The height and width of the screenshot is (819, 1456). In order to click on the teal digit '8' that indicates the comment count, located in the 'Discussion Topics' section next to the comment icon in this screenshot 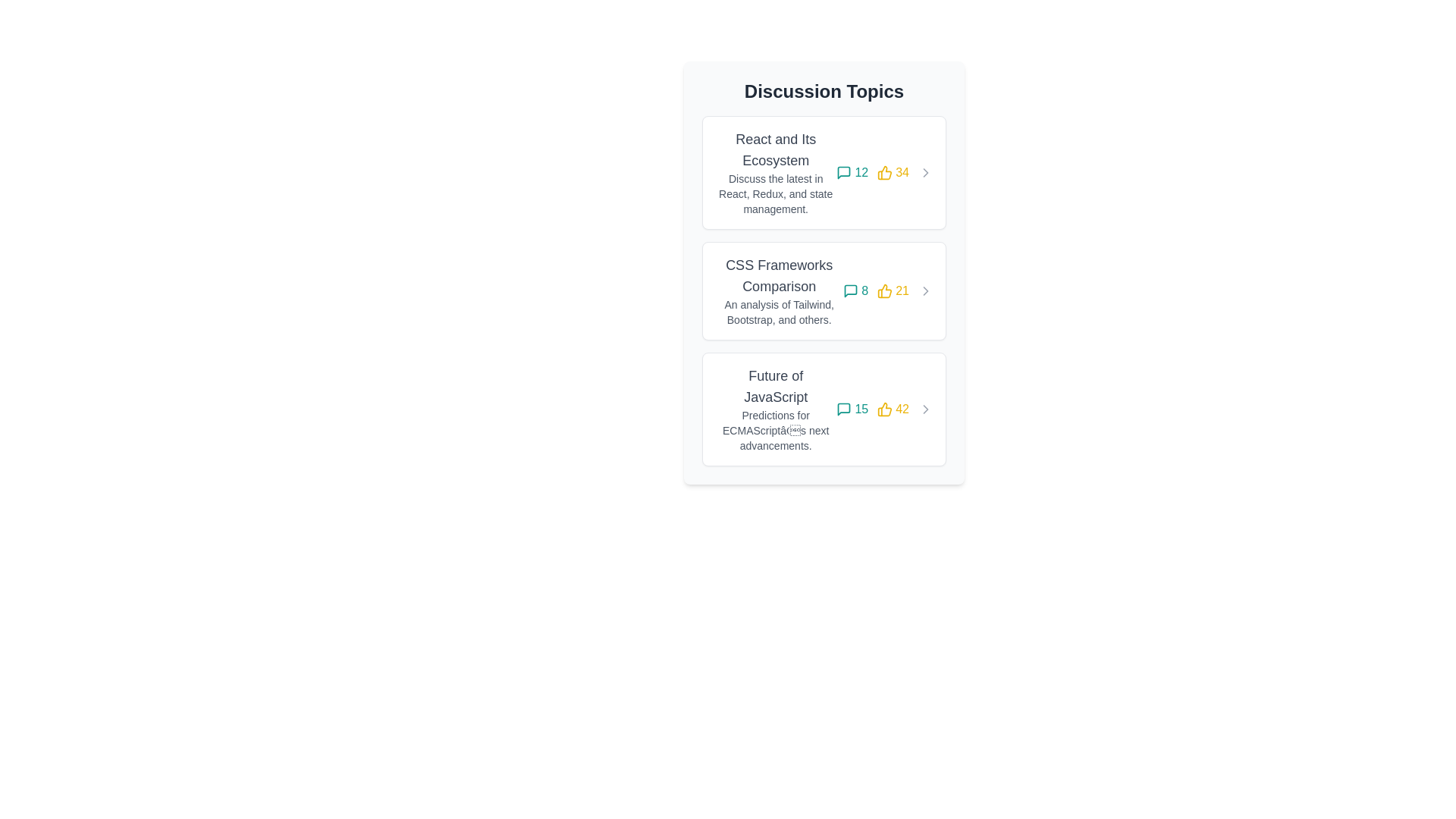, I will do `click(864, 291)`.